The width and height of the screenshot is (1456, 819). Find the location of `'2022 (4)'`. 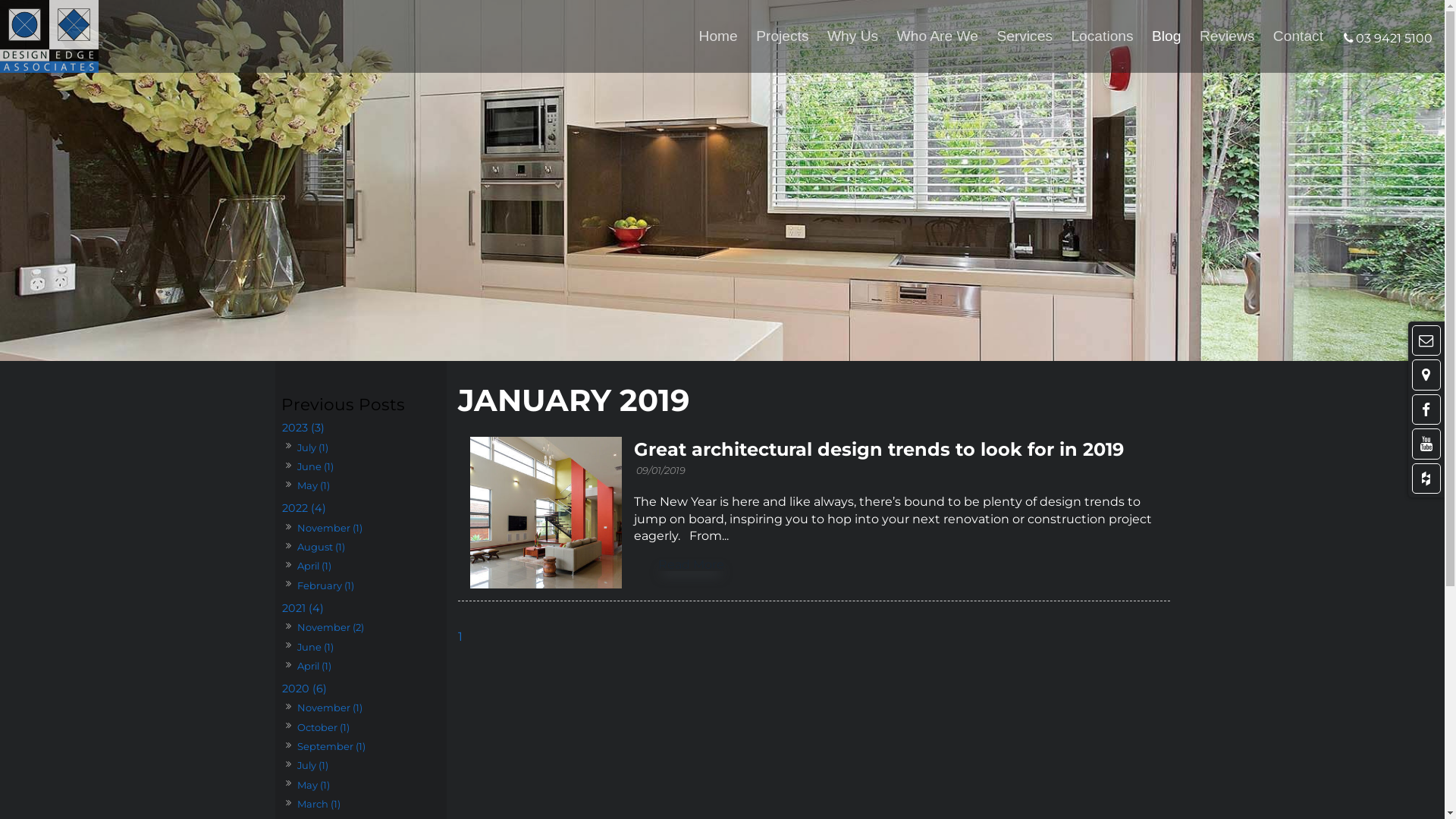

'2022 (4)' is located at coordinates (280, 508).